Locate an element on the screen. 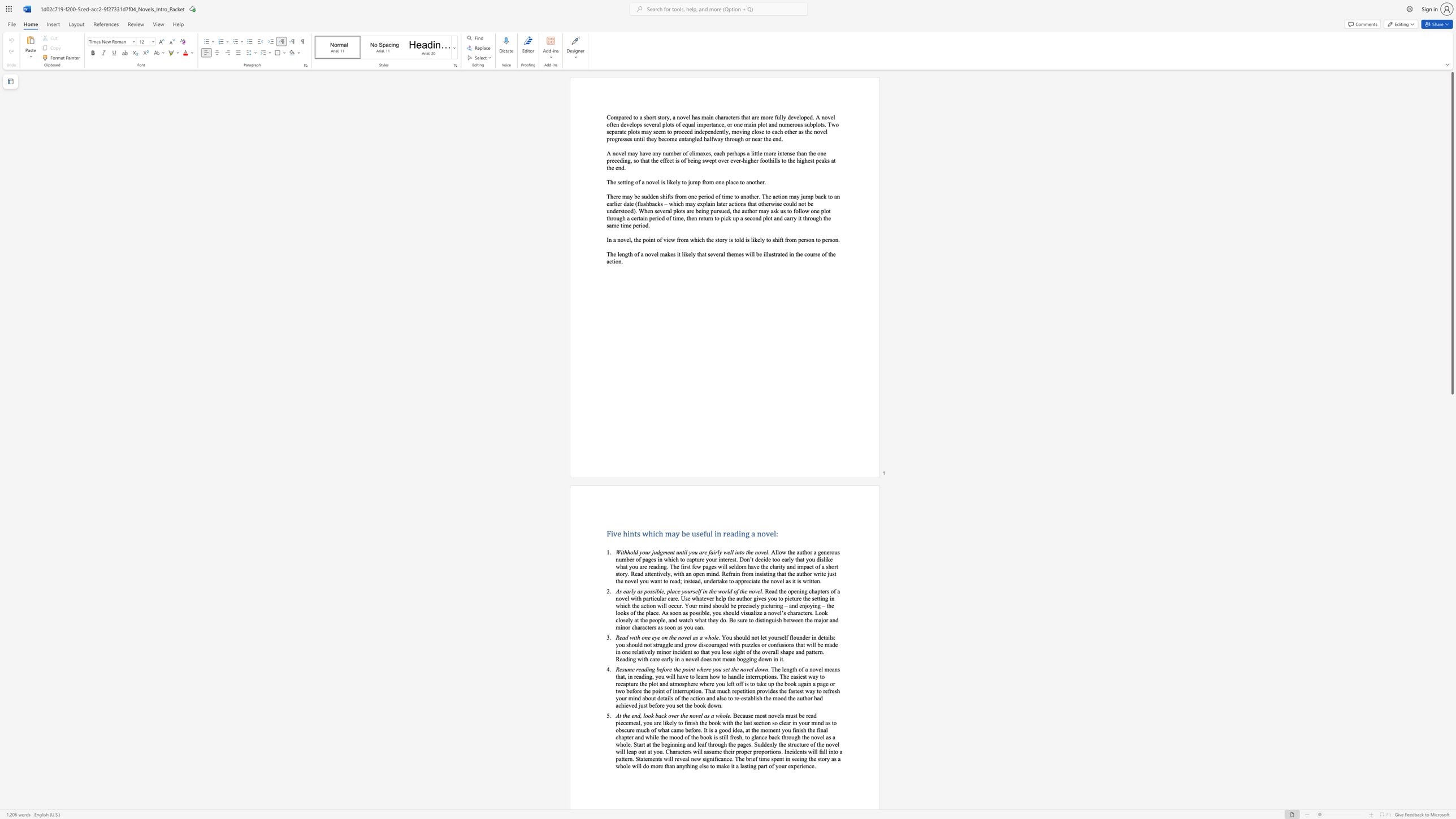 The height and width of the screenshot is (819, 1456). the subset text "novel" within the text "Withhold your judgment until you are fairly well into the novel" is located at coordinates (755, 552).